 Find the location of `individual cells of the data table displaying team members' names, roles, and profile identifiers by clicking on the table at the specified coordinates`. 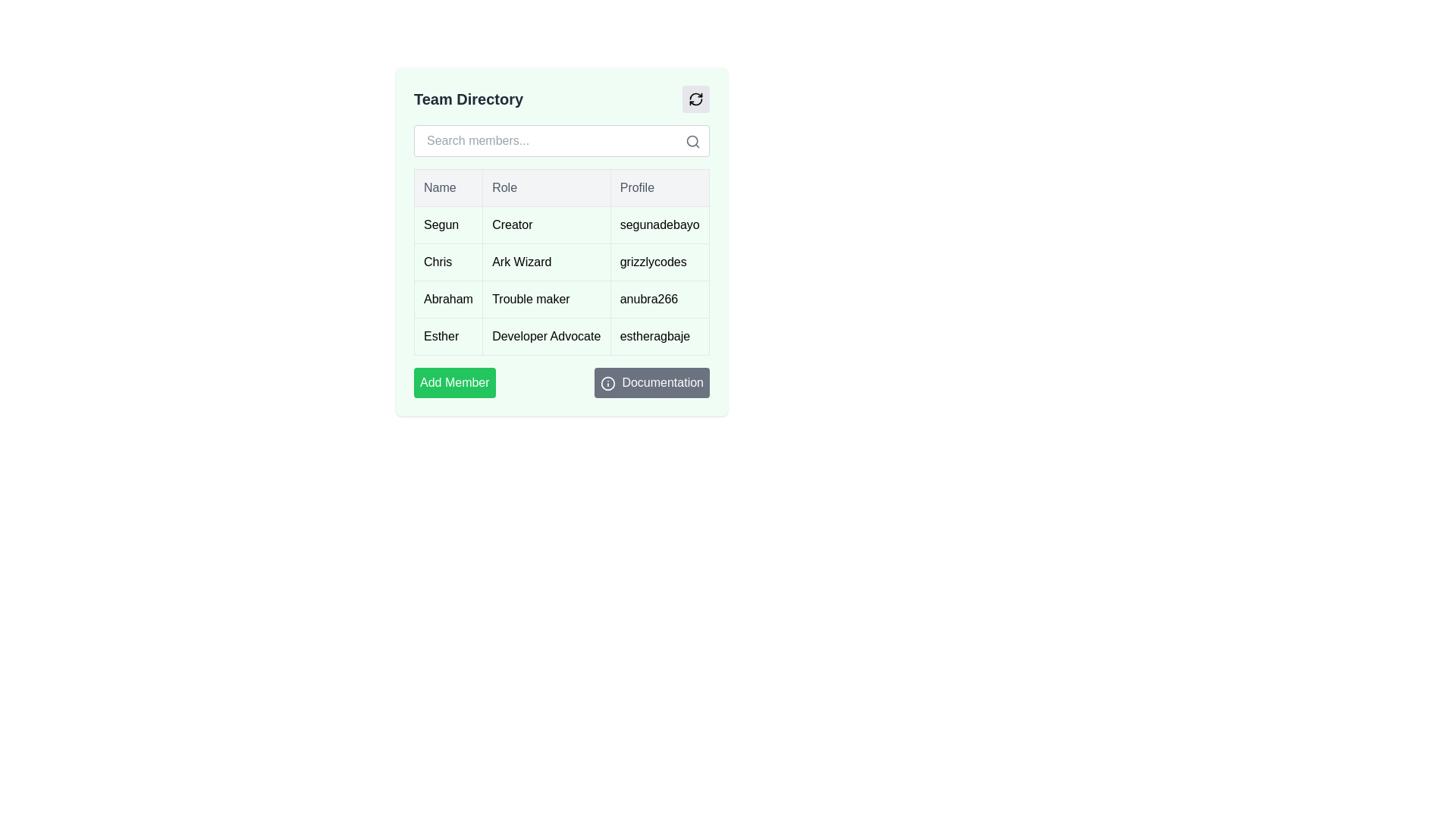

individual cells of the data table displaying team members' names, roles, and profile identifiers by clicking on the table at the specified coordinates is located at coordinates (560, 262).